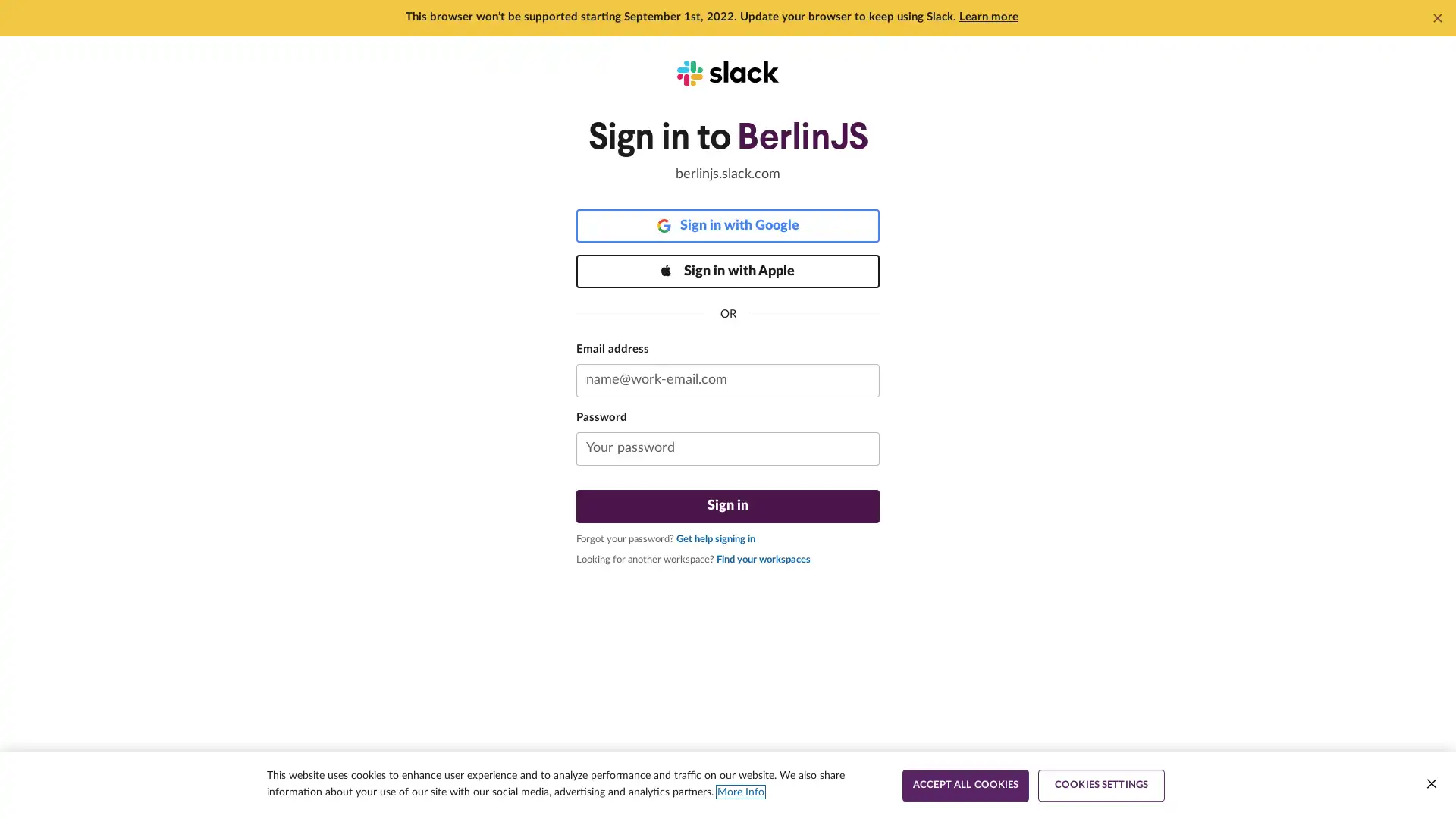 Image resolution: width=1456 pixels, height=819 pixels. I want to click on COOKIES SETTINGS, so click(1101, 785).